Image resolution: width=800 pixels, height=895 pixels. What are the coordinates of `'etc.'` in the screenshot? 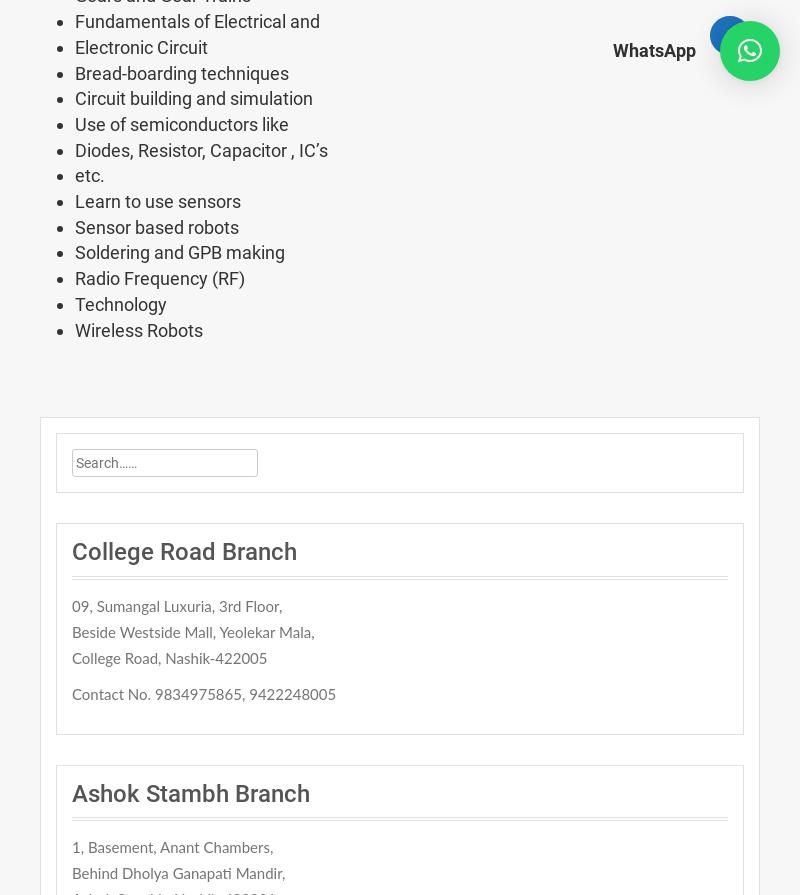 It's located at (90, 175).